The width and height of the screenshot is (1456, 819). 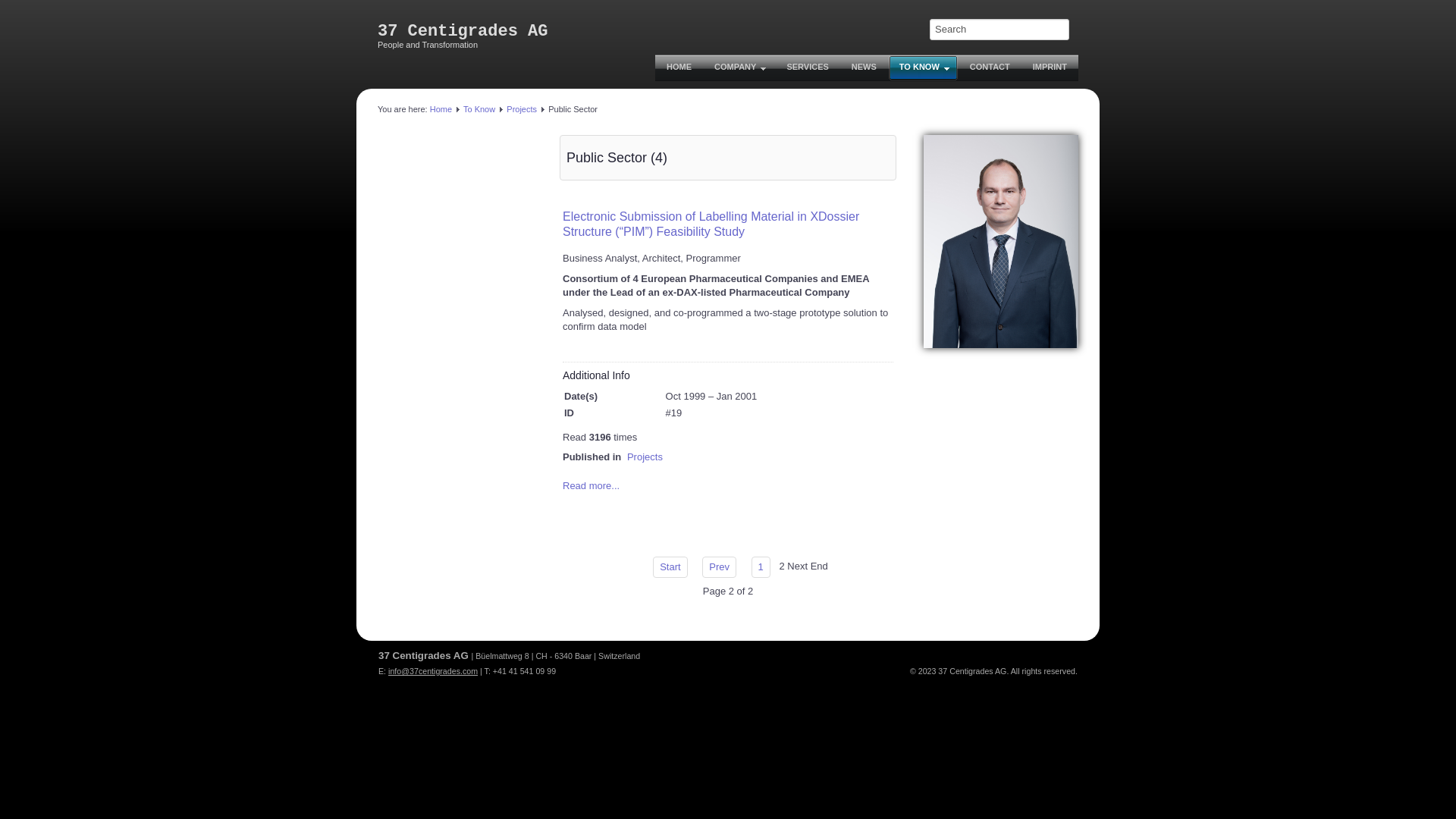 I want to click on 'TO KNOW', so click(x=922, y=67).